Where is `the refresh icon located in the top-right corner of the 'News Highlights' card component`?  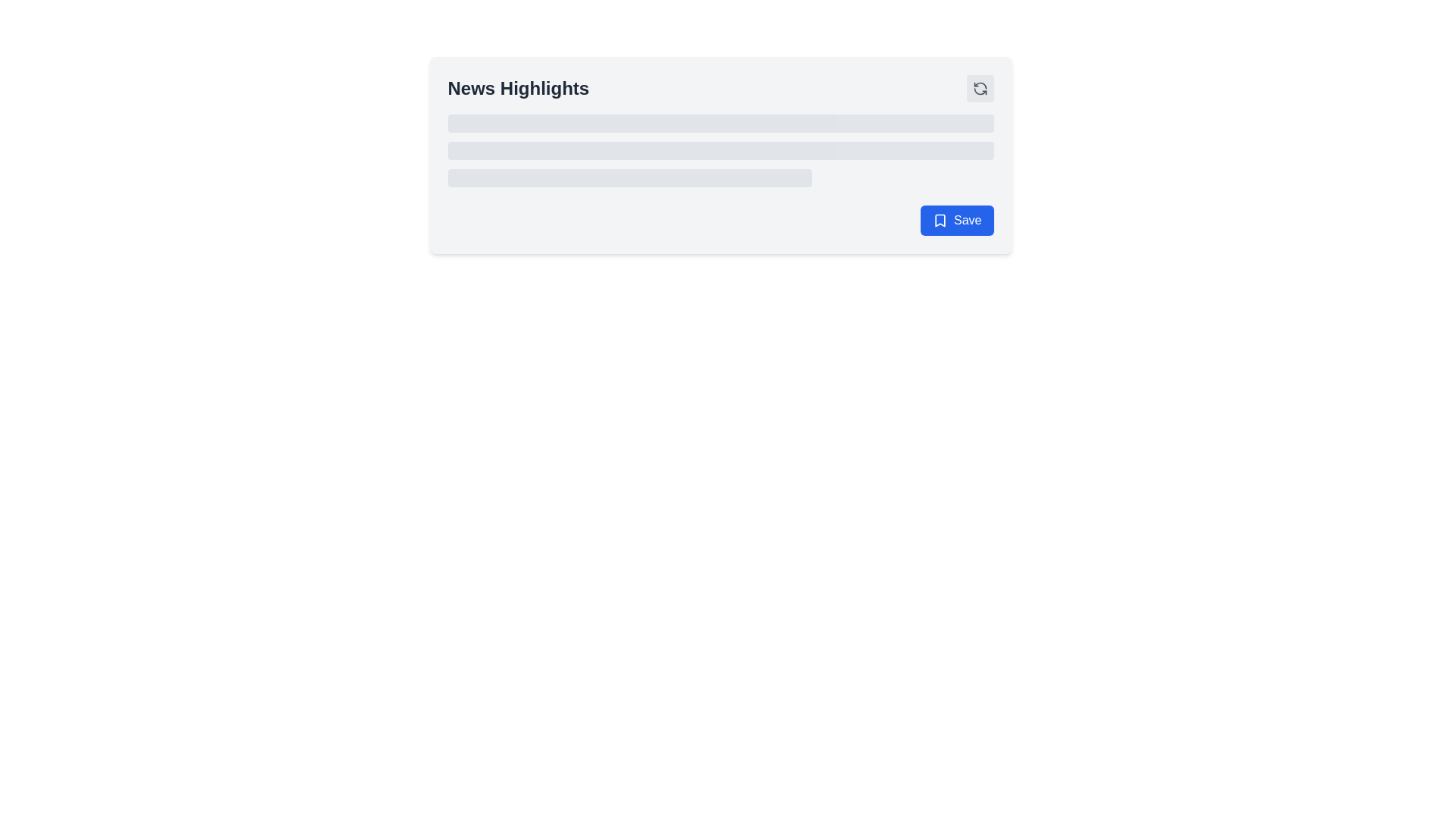 the refresh icon located in the top-right corner of the 'News Highlights' card component is located at coordinates (980, 86).